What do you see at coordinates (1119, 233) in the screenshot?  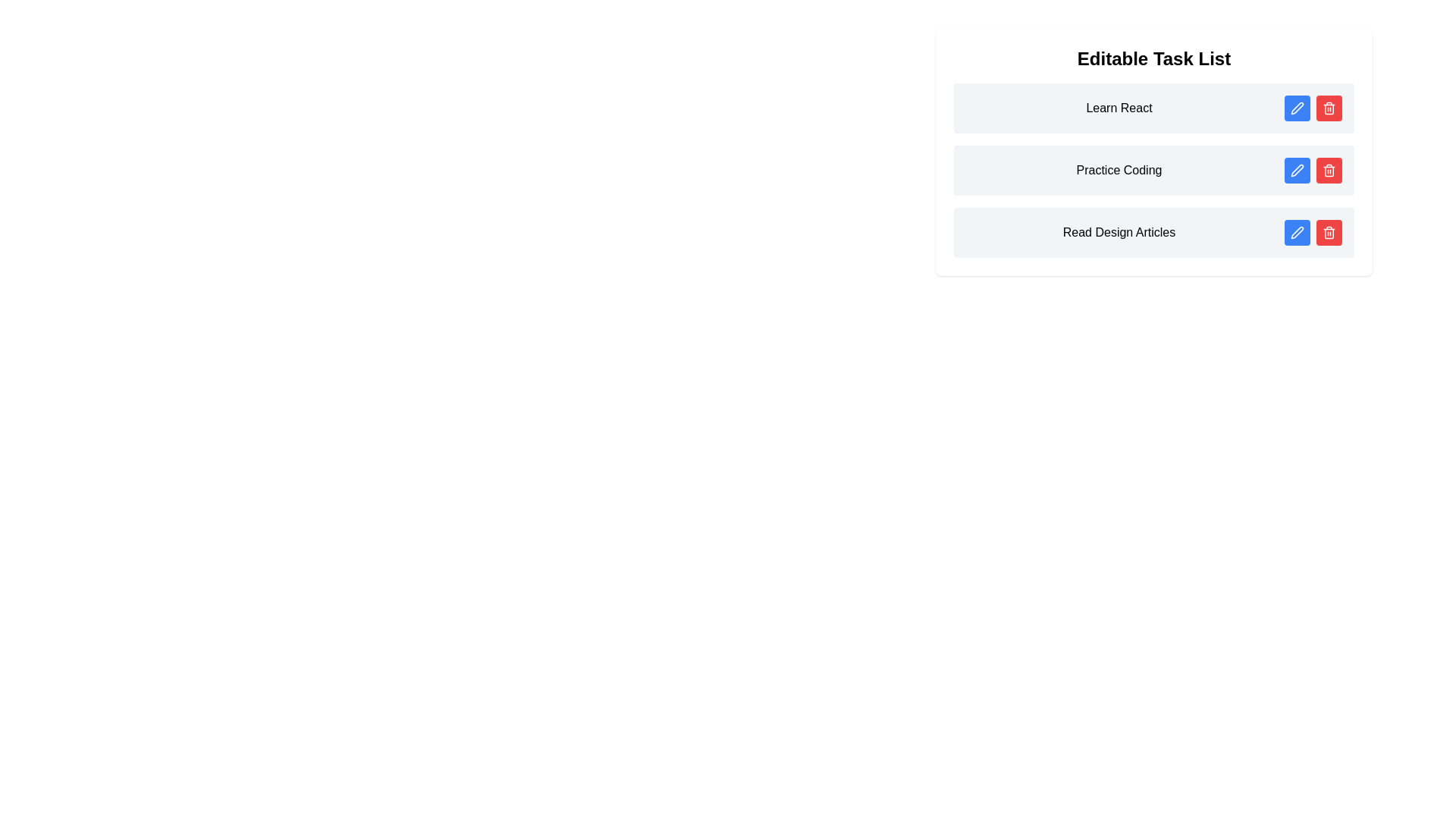 I see `text content of the label displaying 'Read Design Articles' in the third item of the 'Editable Task List'` at bounding box center [1119, 233].